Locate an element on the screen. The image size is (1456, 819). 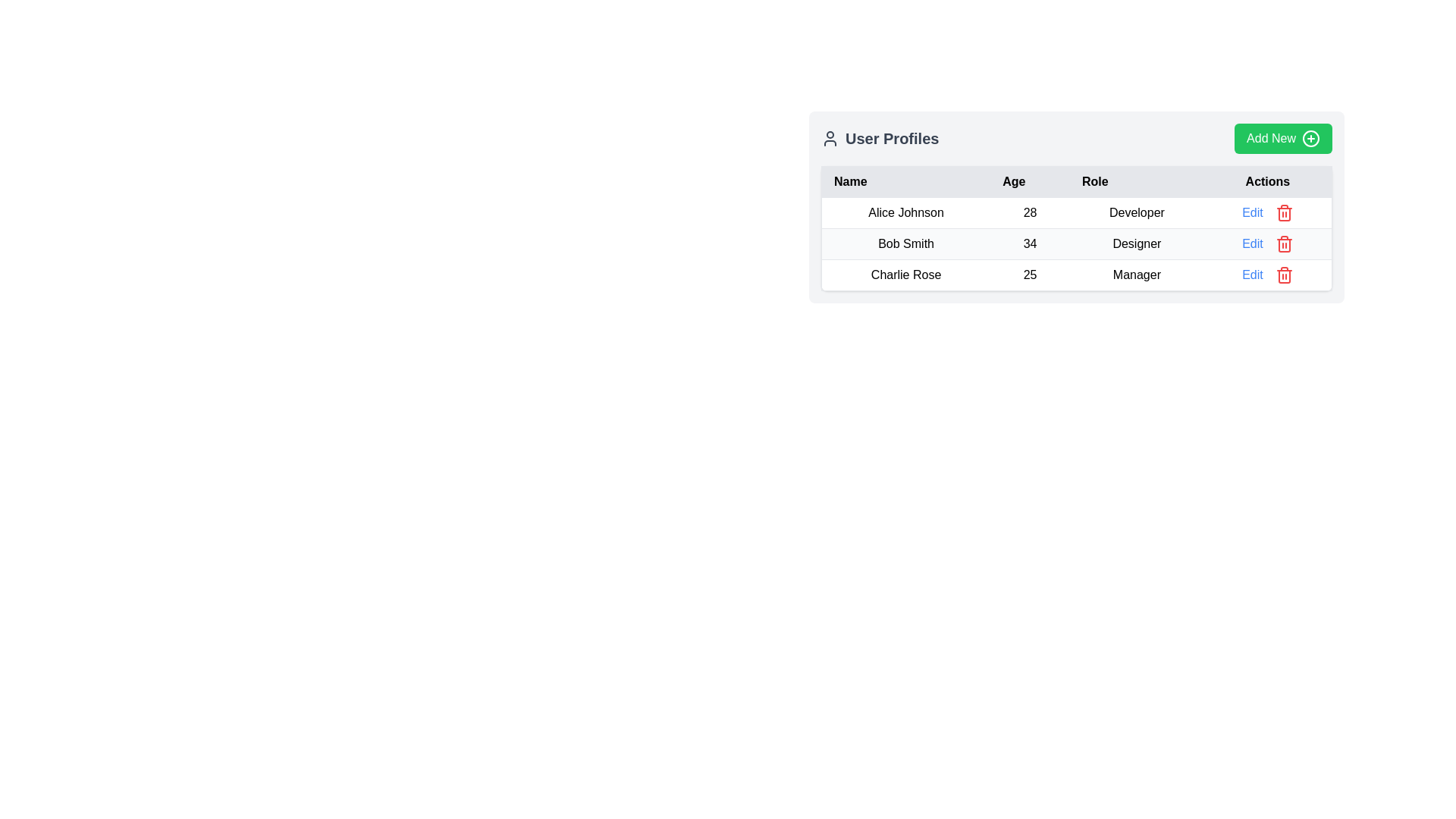
the static text displaying the age of 'Alice Johnson' located in the second column of the table is located at coordinates (1030, 213).